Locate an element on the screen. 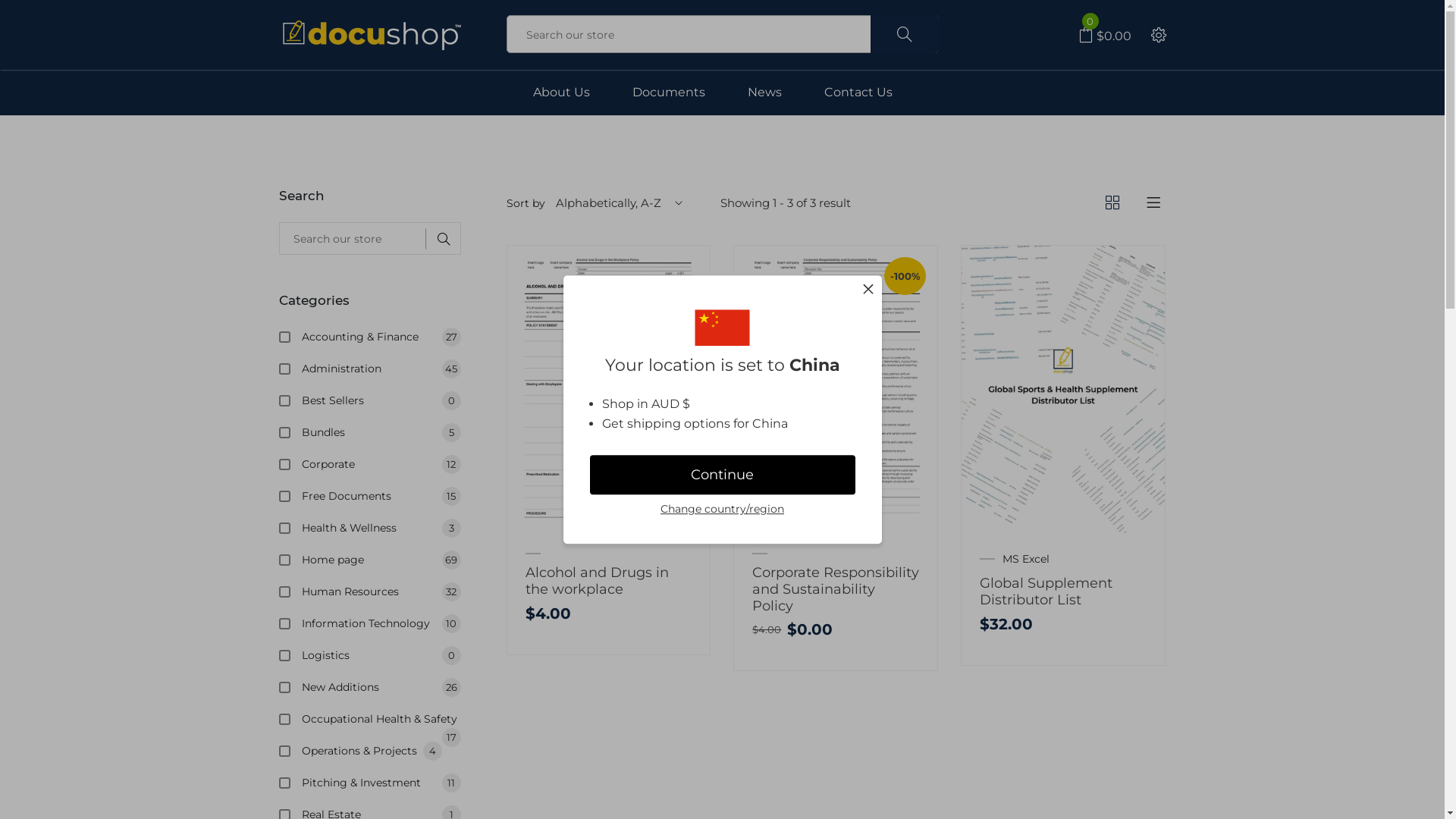  'Information Technology is located at coordinates (381, 623).